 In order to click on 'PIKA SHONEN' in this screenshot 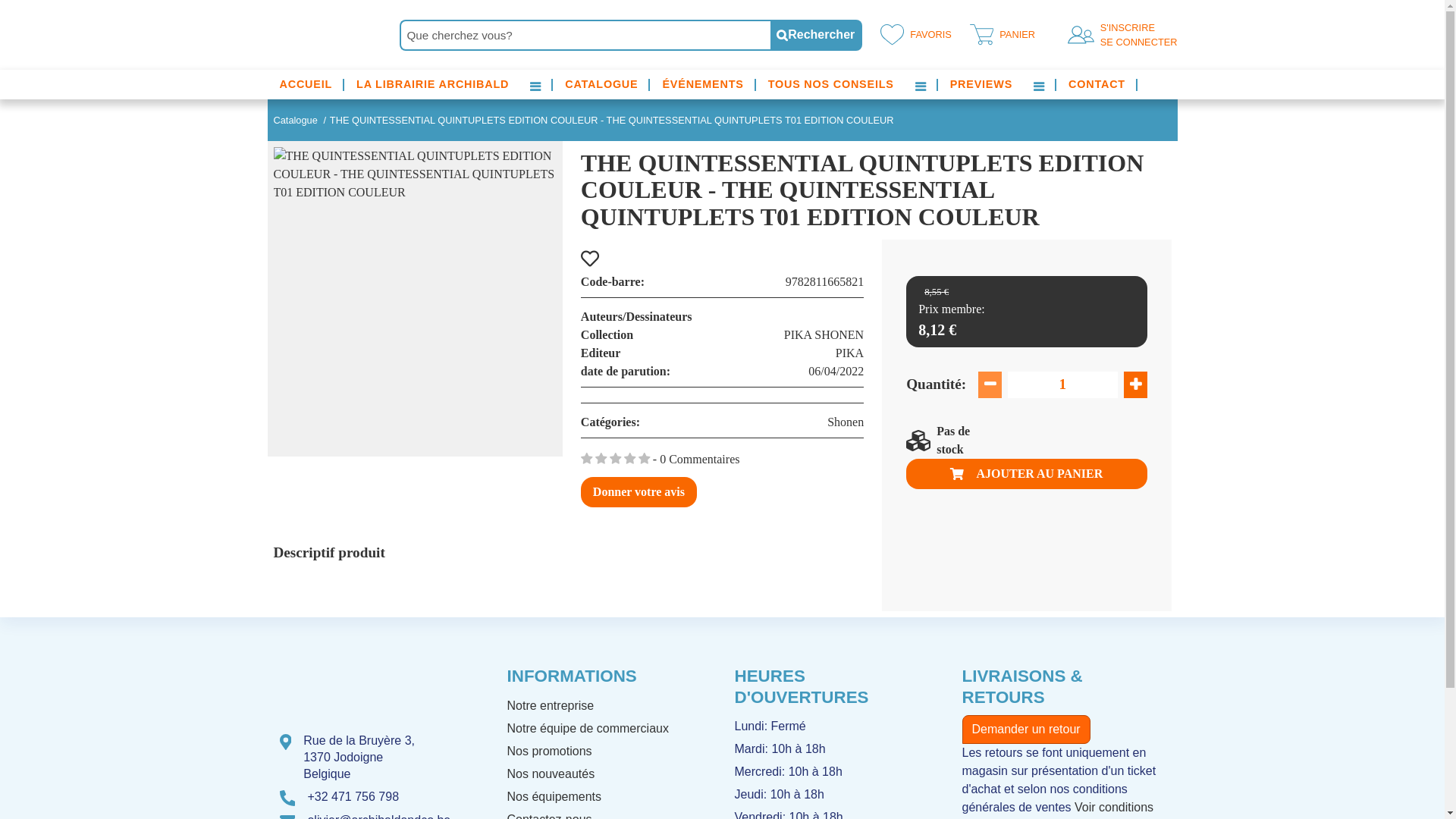, I will do `click(823, 334)`.